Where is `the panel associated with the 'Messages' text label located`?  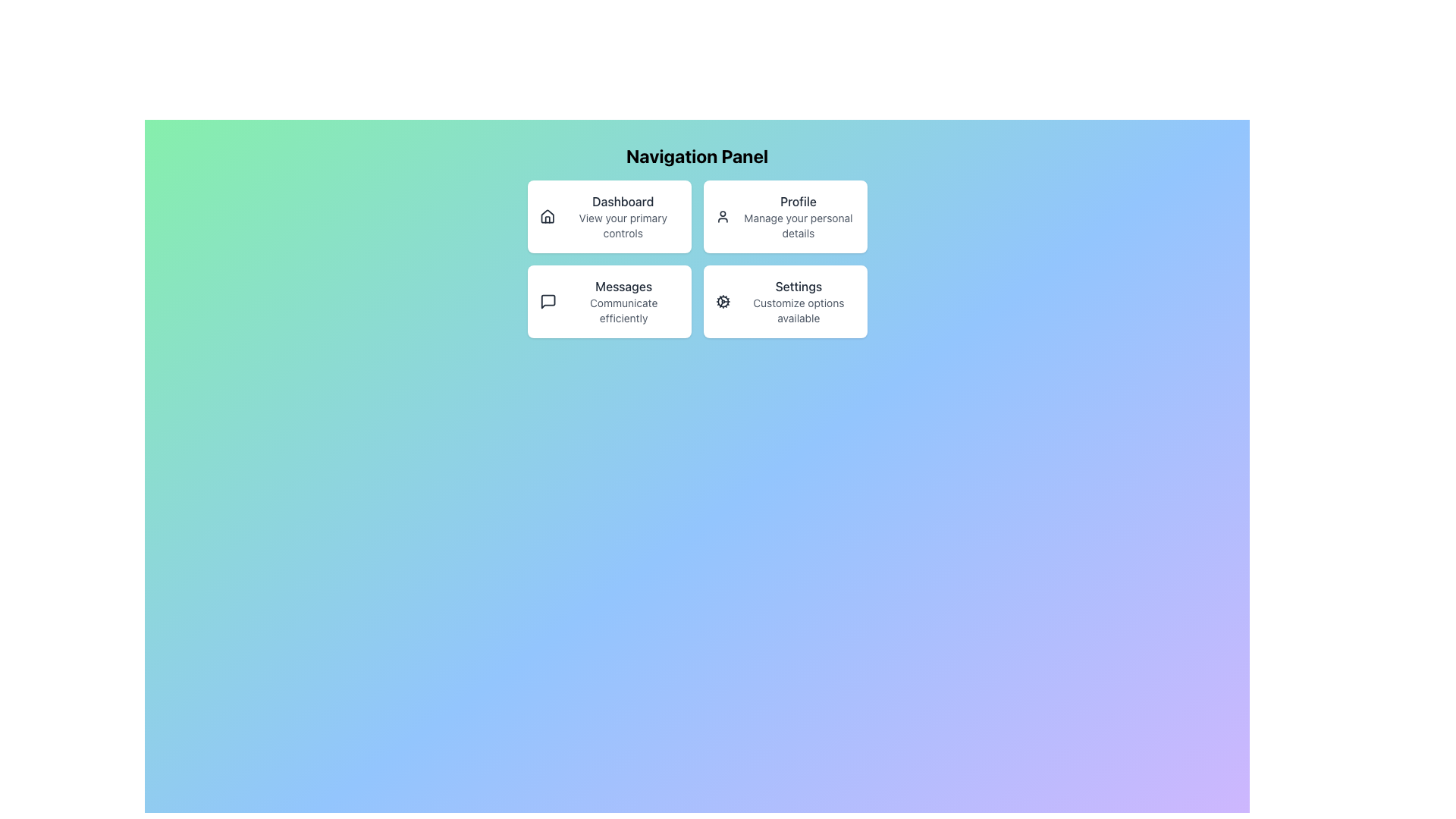 the panel associated with the 'Messages' text label located is located at coordinates (623, 287).